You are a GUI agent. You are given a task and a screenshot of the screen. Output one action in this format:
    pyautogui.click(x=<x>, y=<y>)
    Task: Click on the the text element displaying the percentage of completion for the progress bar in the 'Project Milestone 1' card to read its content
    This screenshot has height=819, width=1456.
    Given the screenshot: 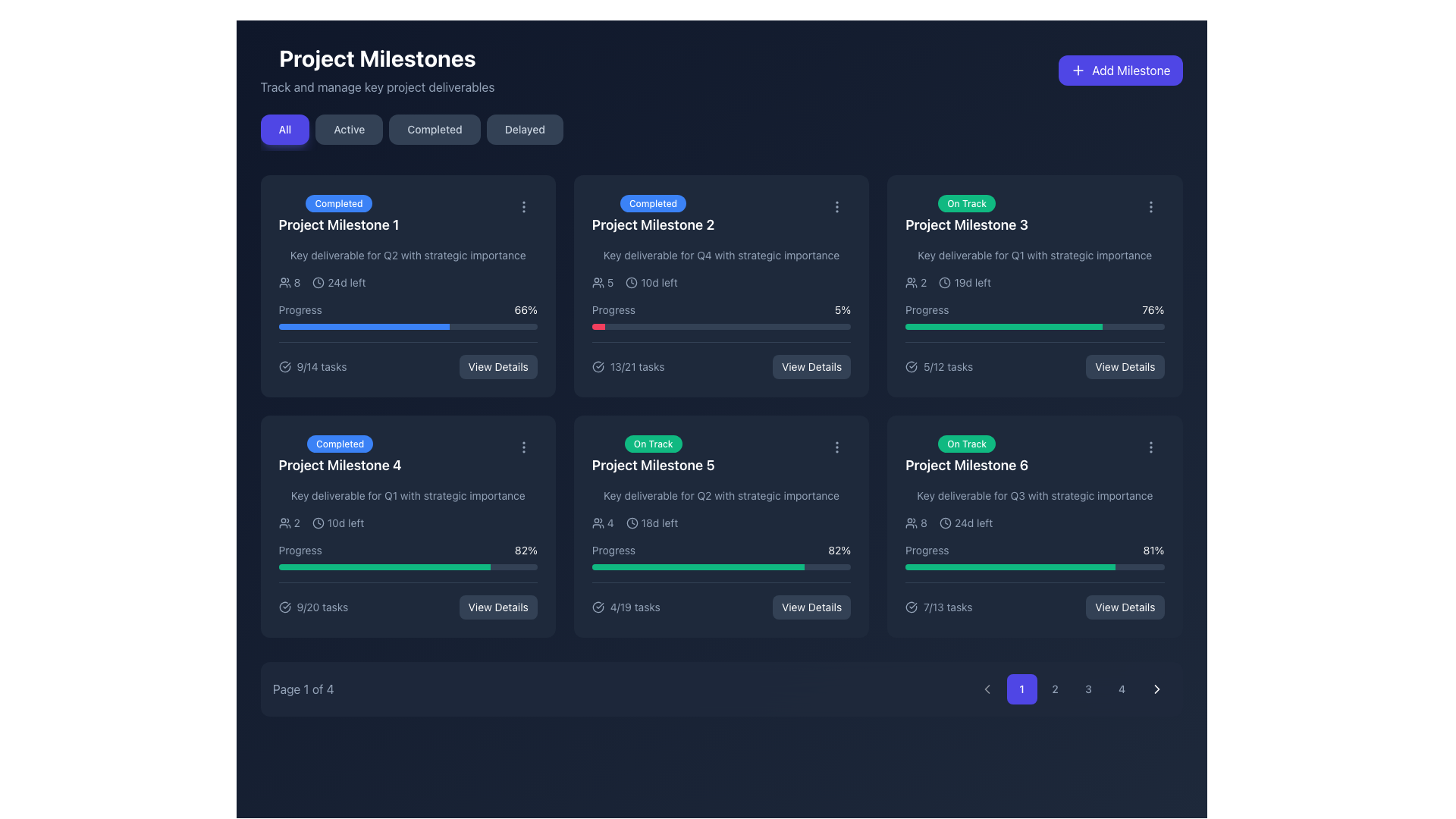 What is the action you would take?
    pyautogui.click(x=526, y=309)
    